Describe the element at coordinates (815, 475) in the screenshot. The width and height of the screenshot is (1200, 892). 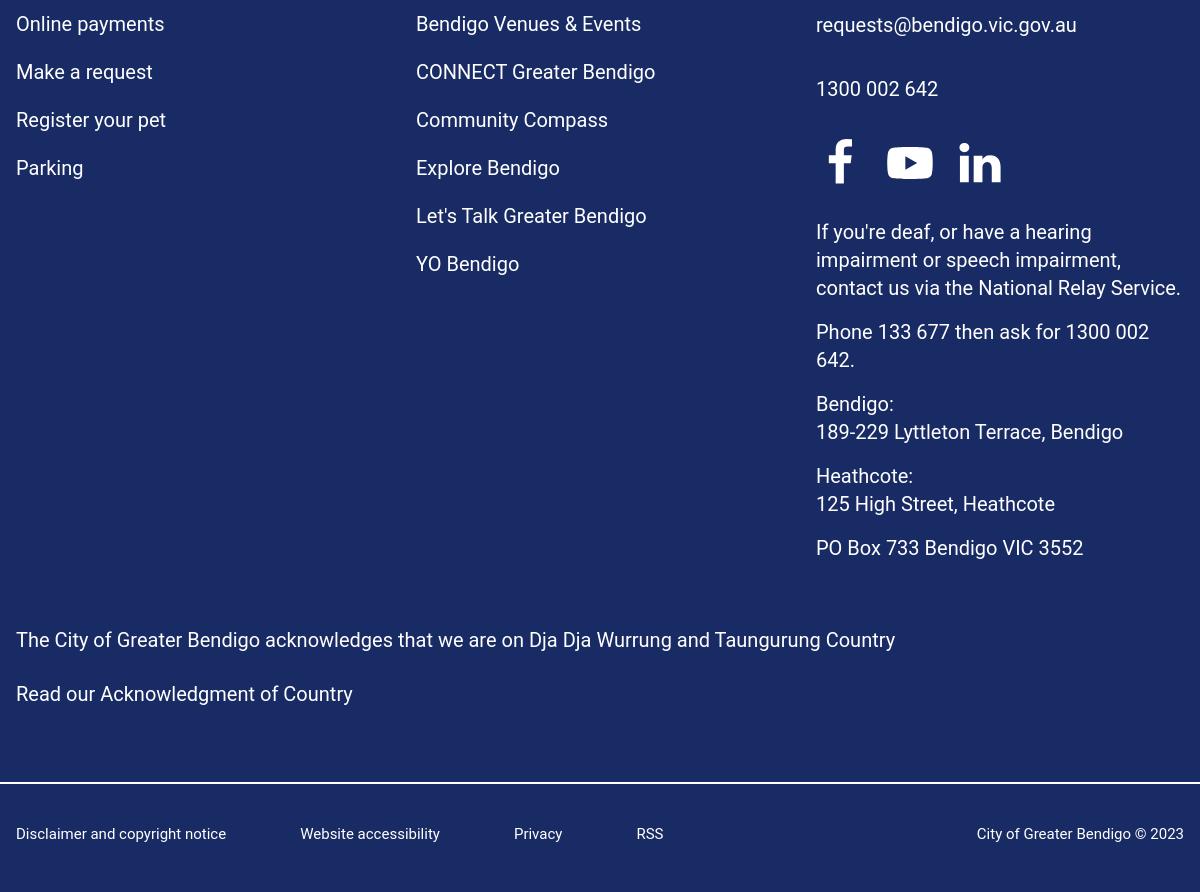
I see `'Heathcote:'` at that location.